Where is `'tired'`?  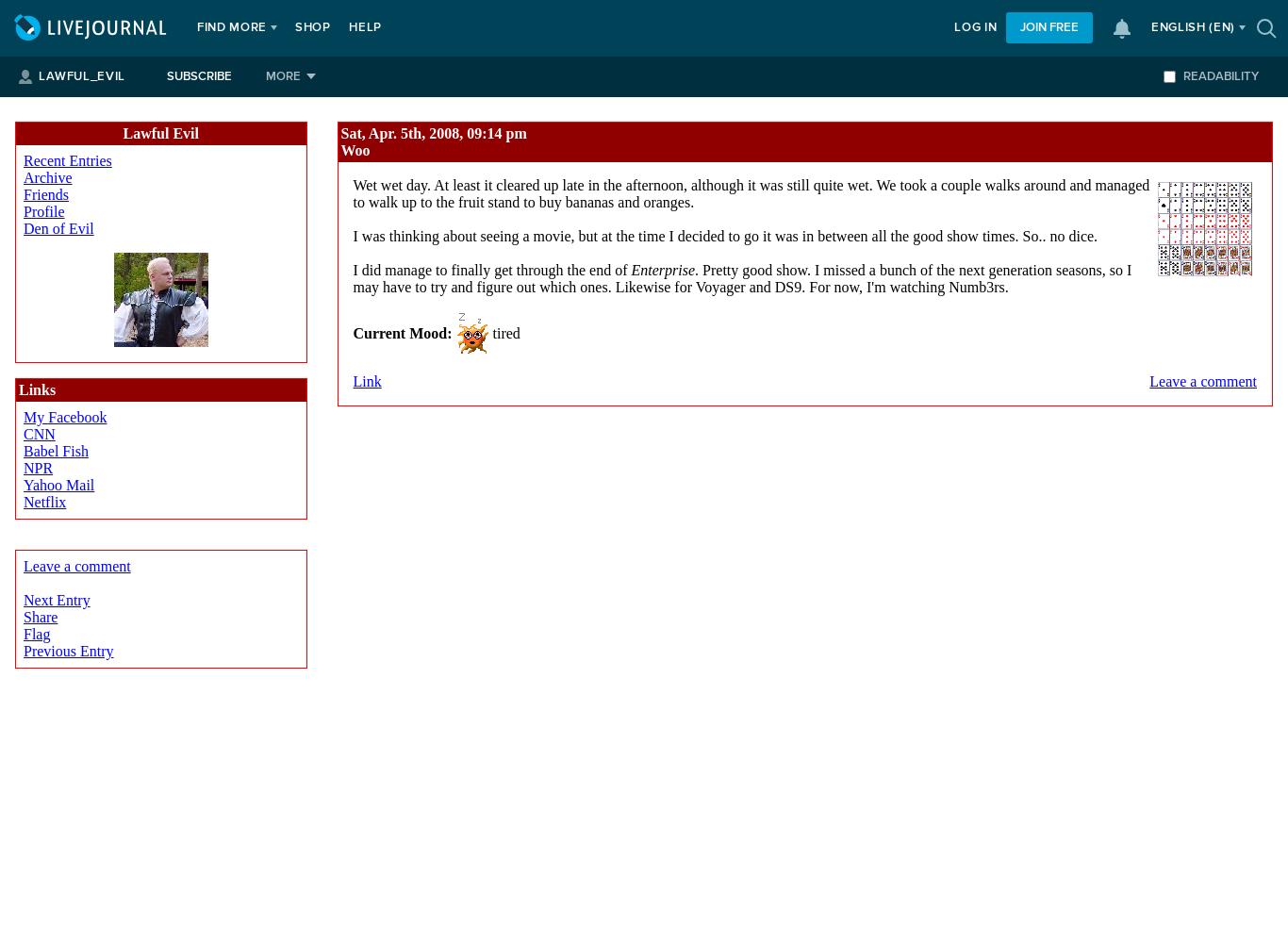 'tired' is located at coordinates (504, 331).